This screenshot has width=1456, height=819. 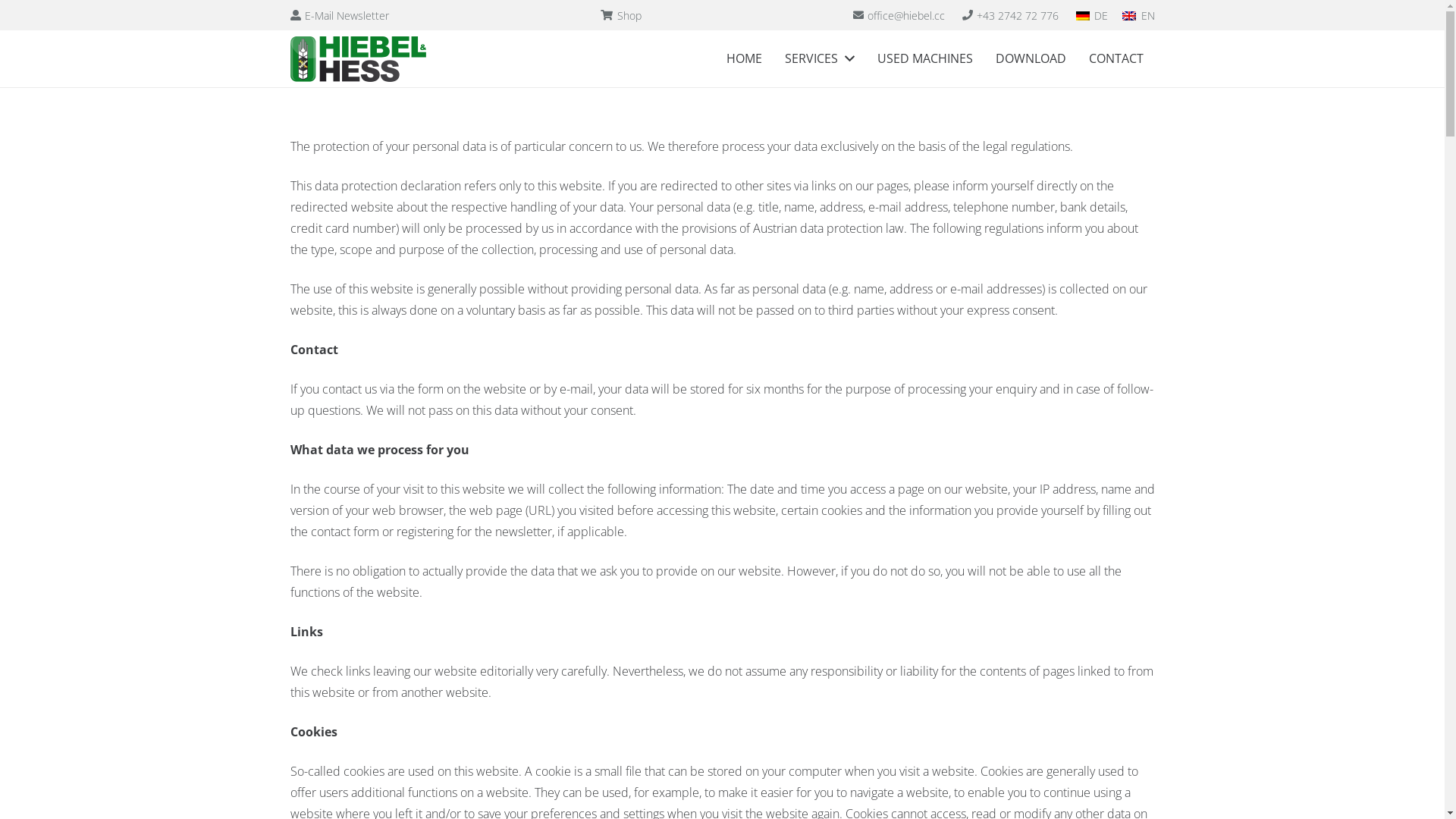 I want to click on 'DOWNLOAD', so click(x=1031, y=58).